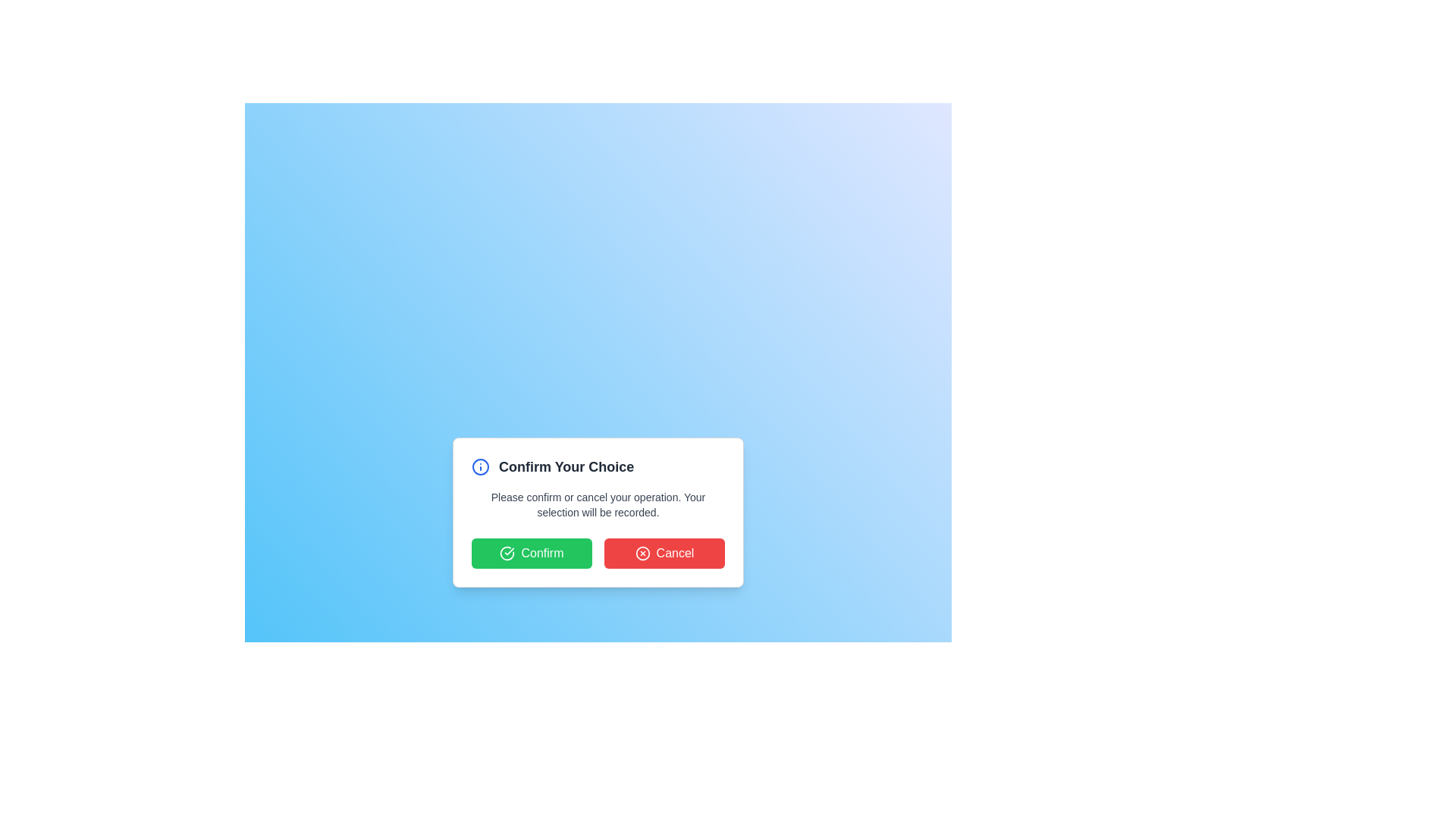 This screenshot has height=819, width=1456. Describe the element at coordinates (479, 466) in the screenshot. I see `the circular component of the SVG graphic located within the informational icon to the left of the heading text 'Confirm Your Choice' inside a modal dialog` at that location.